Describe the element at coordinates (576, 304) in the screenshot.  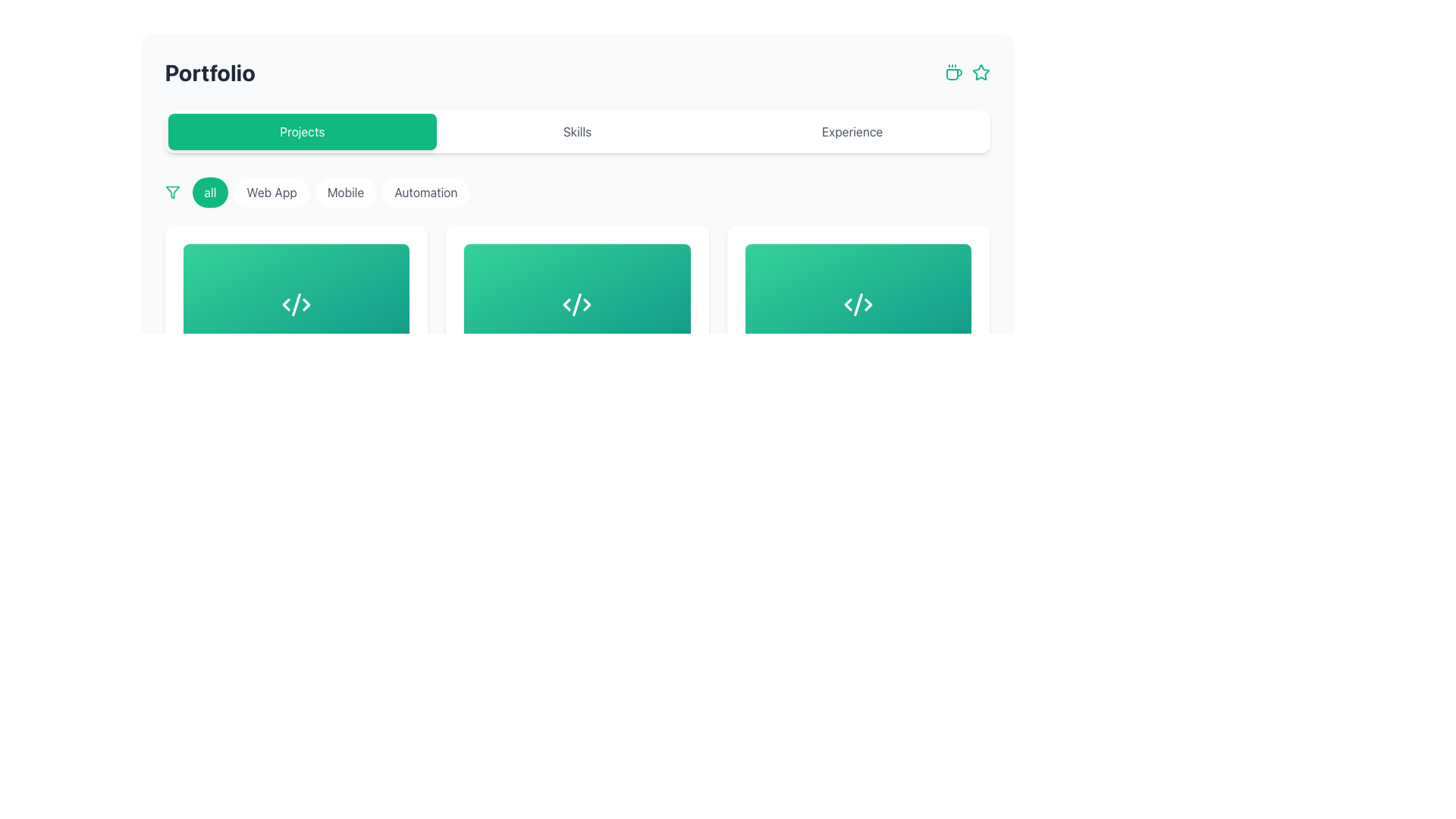
I see `the coding-related project icon, which is centered within a card layout in the second column of a row of cards` at that location.